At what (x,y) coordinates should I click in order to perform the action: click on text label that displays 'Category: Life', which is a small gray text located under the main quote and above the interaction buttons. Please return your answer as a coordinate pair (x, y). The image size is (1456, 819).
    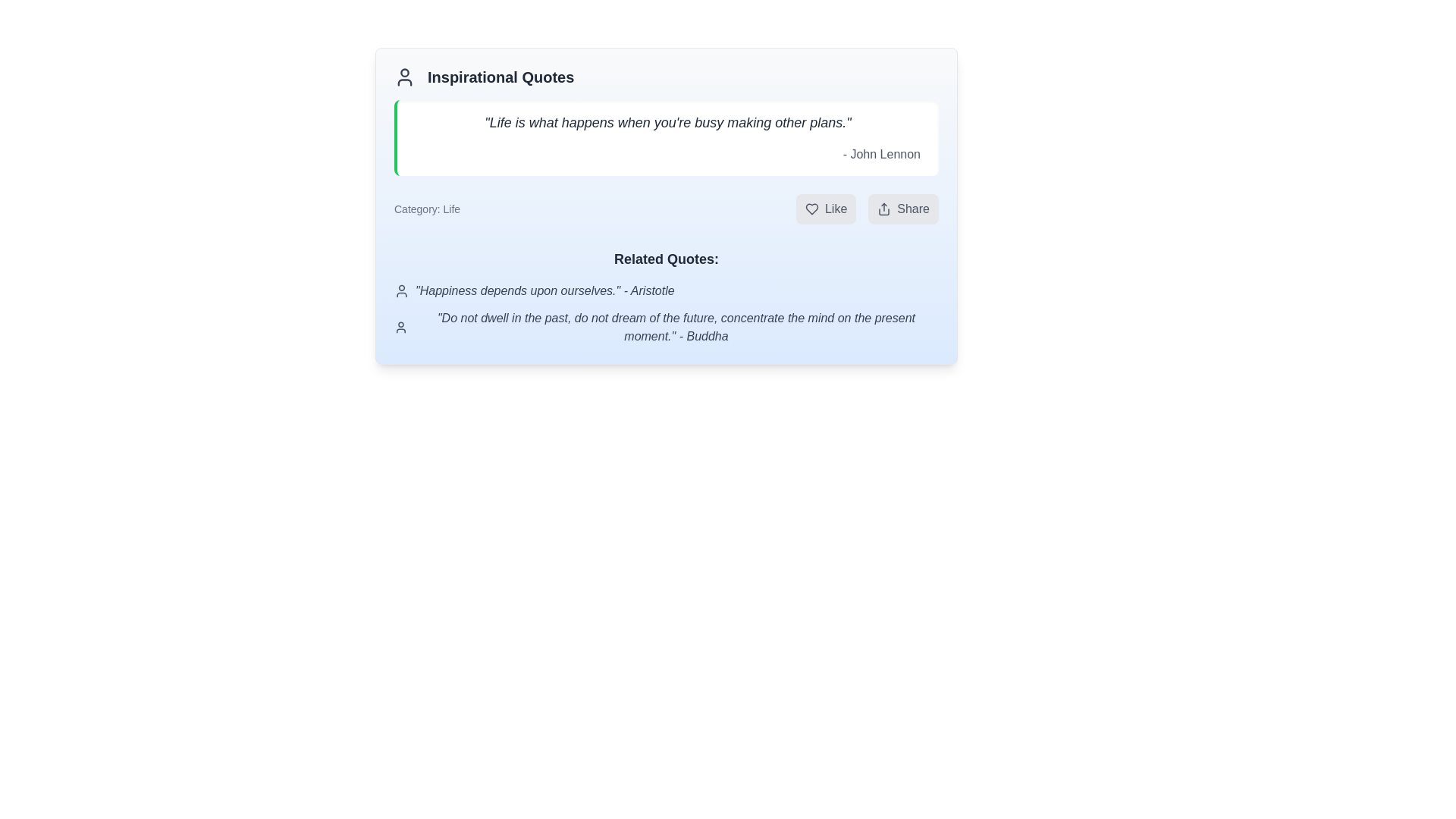
    Looking at the image, I should click on (426, 209).